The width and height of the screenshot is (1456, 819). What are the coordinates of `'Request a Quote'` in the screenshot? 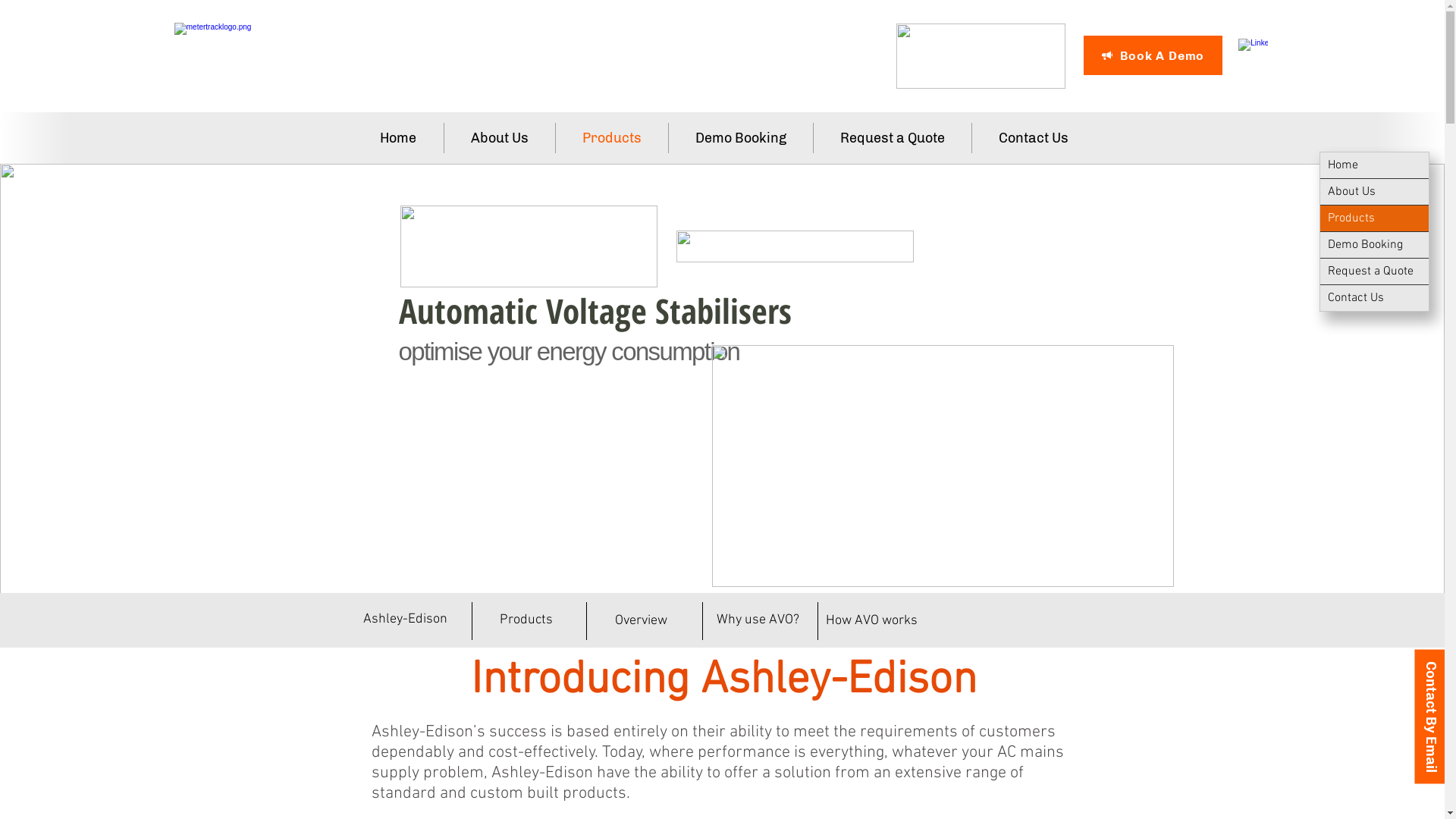 It's located at (892, 137).